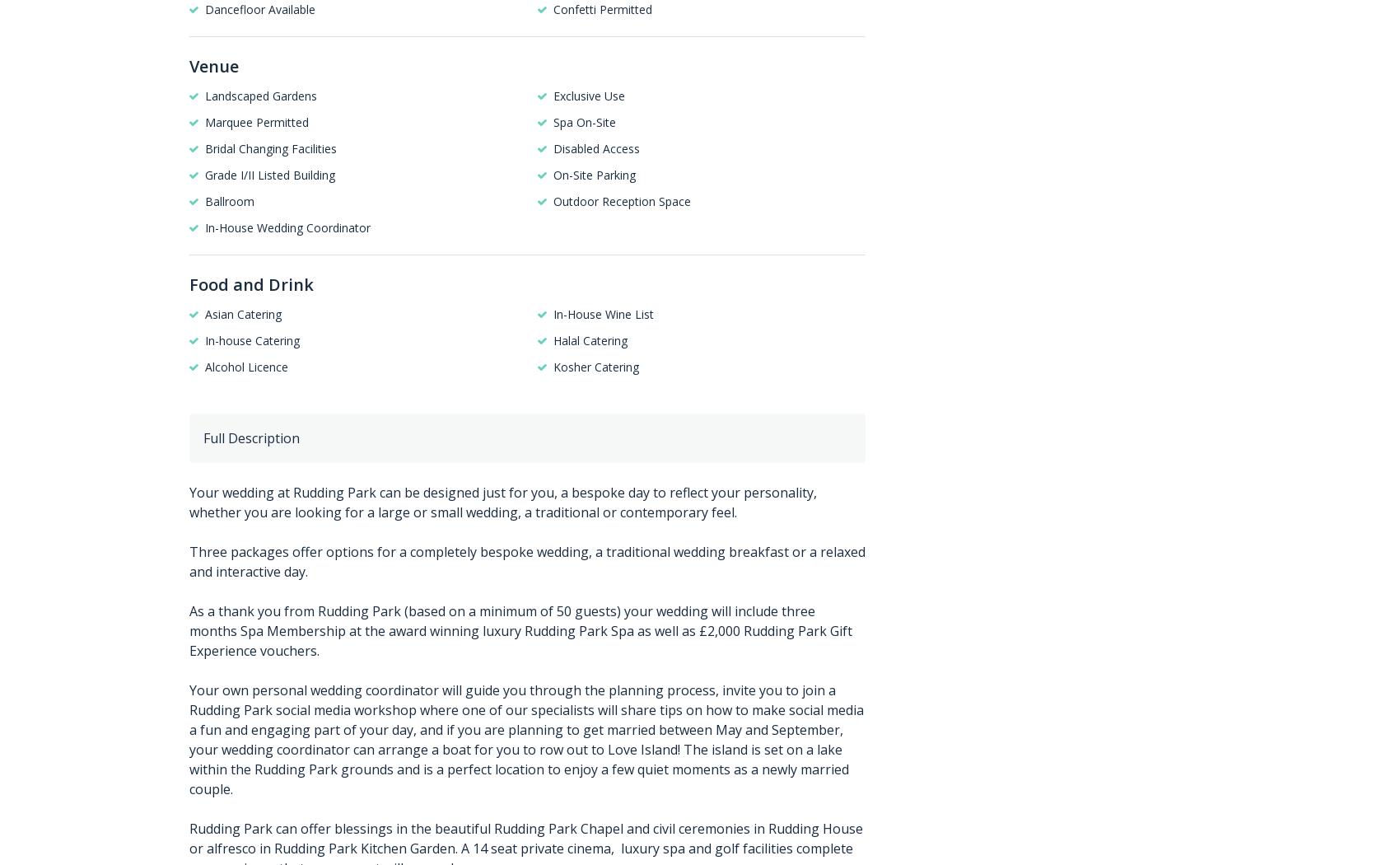 The height and width of the screenshot is (865, 1400). What do you see at coordinates (603, 313) in the screenshot?
I see `'In-House Wine List'` at bounding box center [603, 313].